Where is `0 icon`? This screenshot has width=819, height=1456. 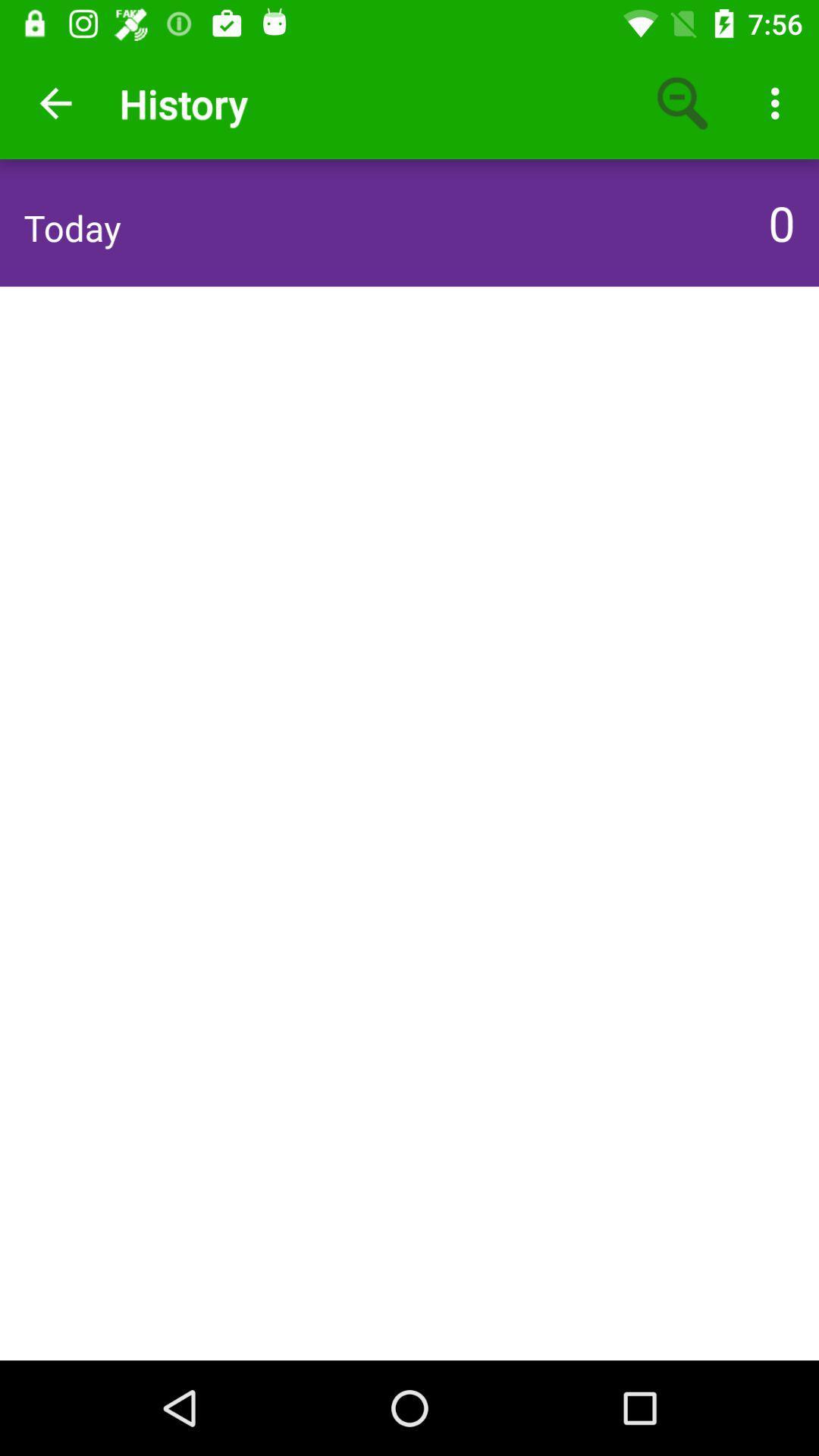 0 icon is located at coordinates (777, 221).